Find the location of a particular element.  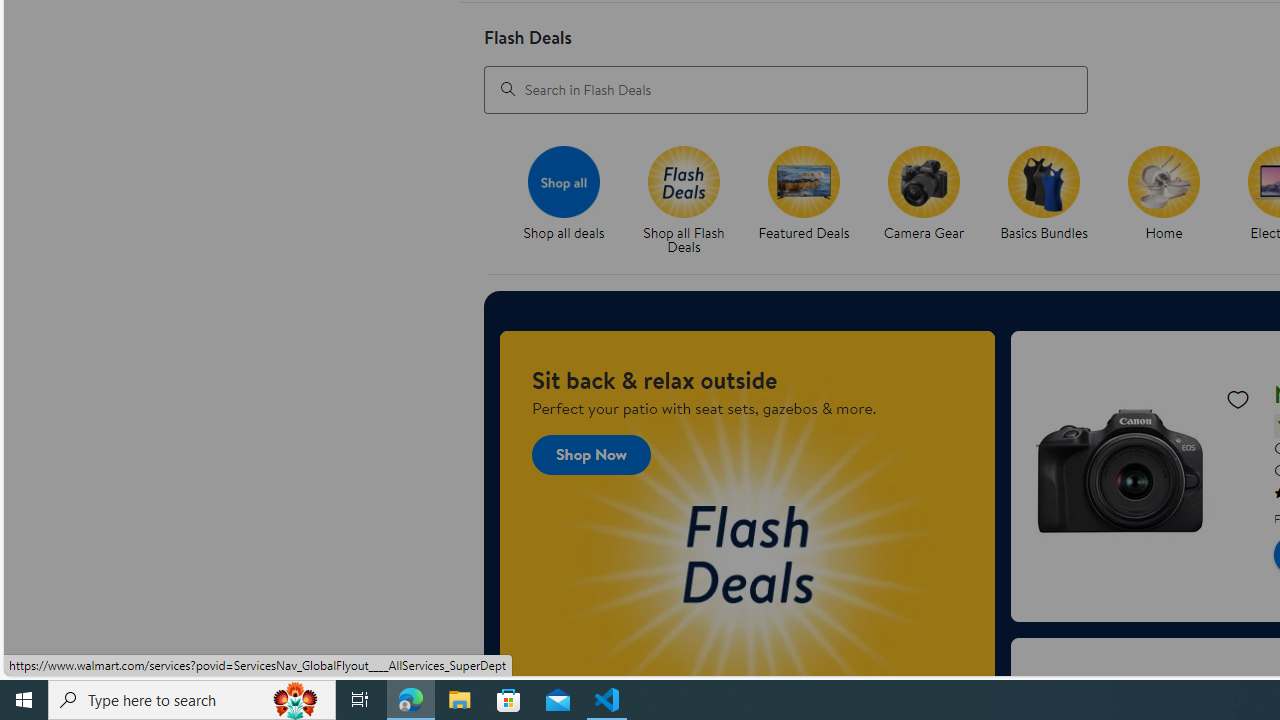

'Flash Deals' is located at coordinates (683, 181).